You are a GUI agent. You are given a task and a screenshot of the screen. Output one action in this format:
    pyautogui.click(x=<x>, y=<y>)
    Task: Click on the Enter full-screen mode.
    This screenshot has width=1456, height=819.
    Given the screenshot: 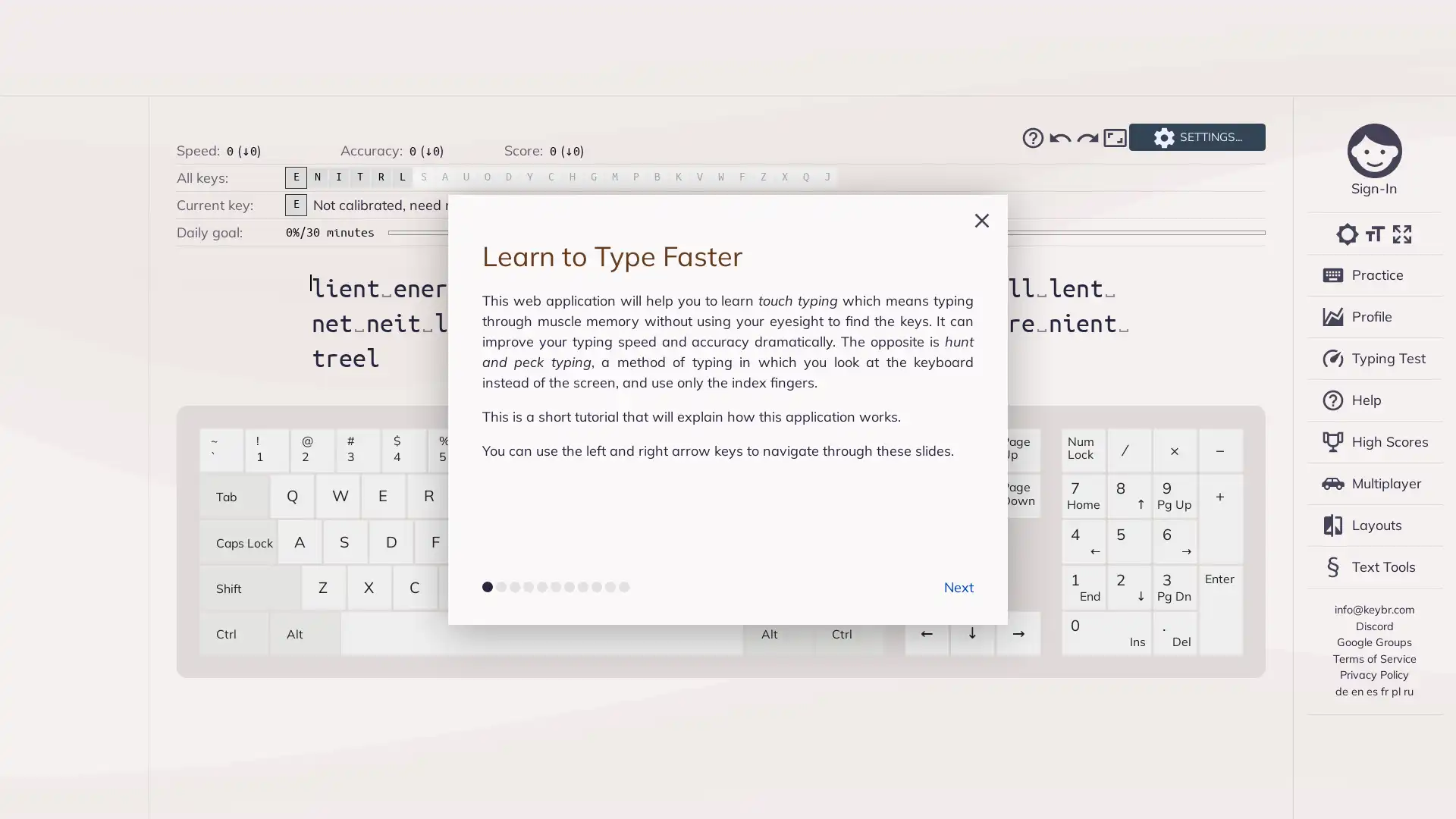 What is the action you would take?
    pyautogui.click(x=1401, y=234)
    